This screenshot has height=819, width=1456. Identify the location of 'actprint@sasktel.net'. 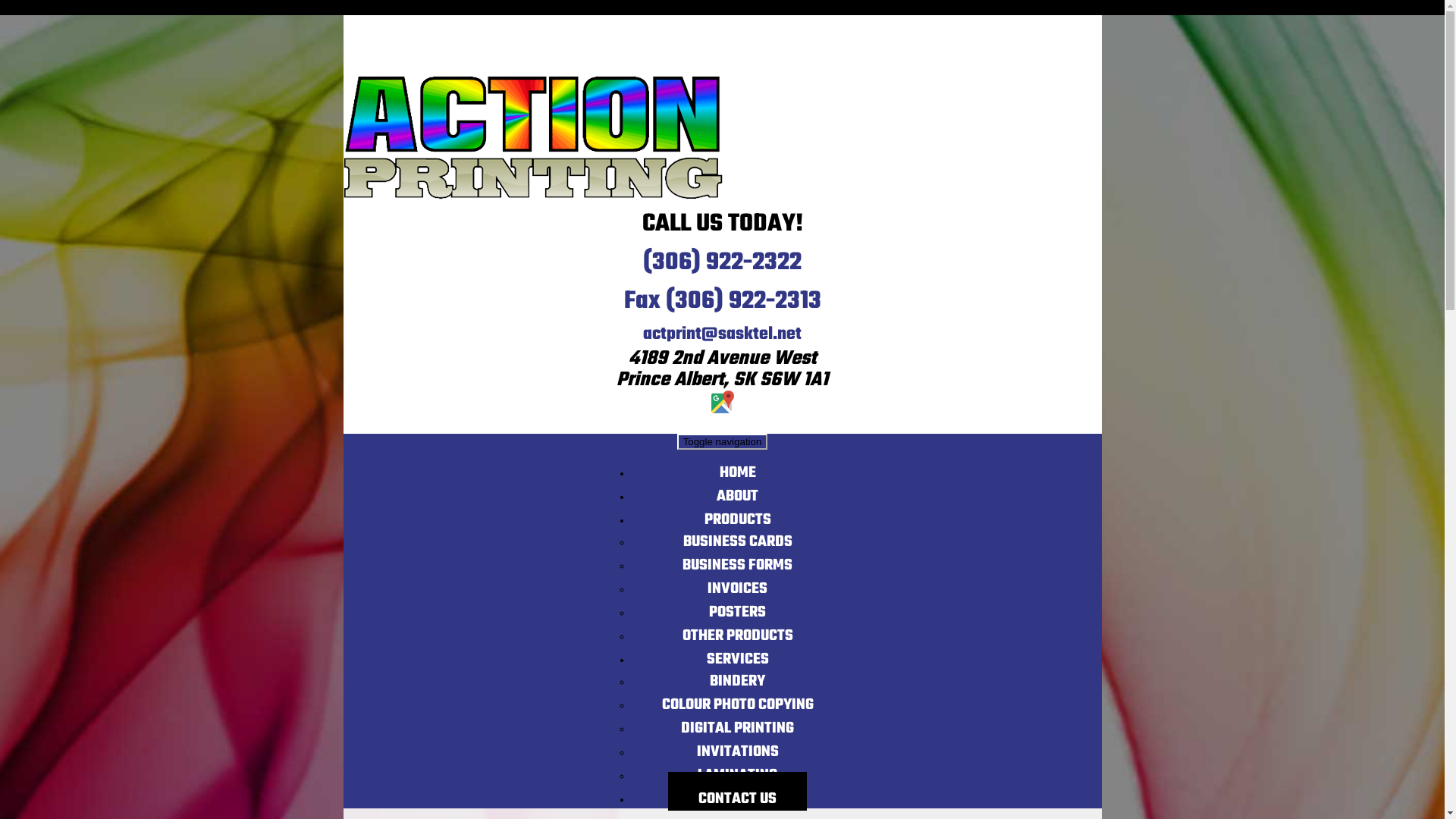
(721, 333).